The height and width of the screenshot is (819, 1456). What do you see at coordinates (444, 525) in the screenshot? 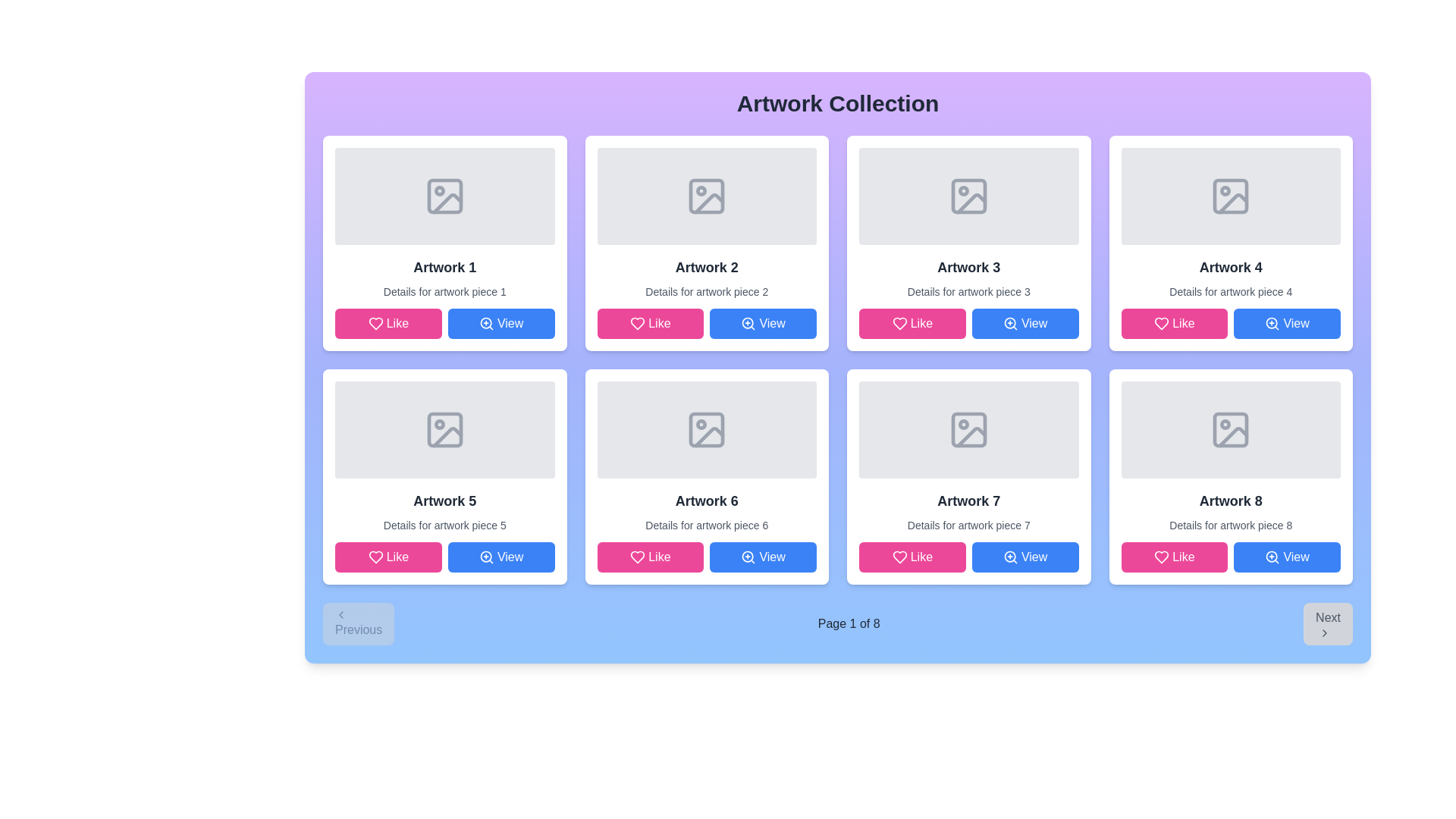
I see `the static text label that reads 'Details for artwork piece 5', located below the heading 'Artwork 5' in the artwork grid` at bounding box center [444, 525].